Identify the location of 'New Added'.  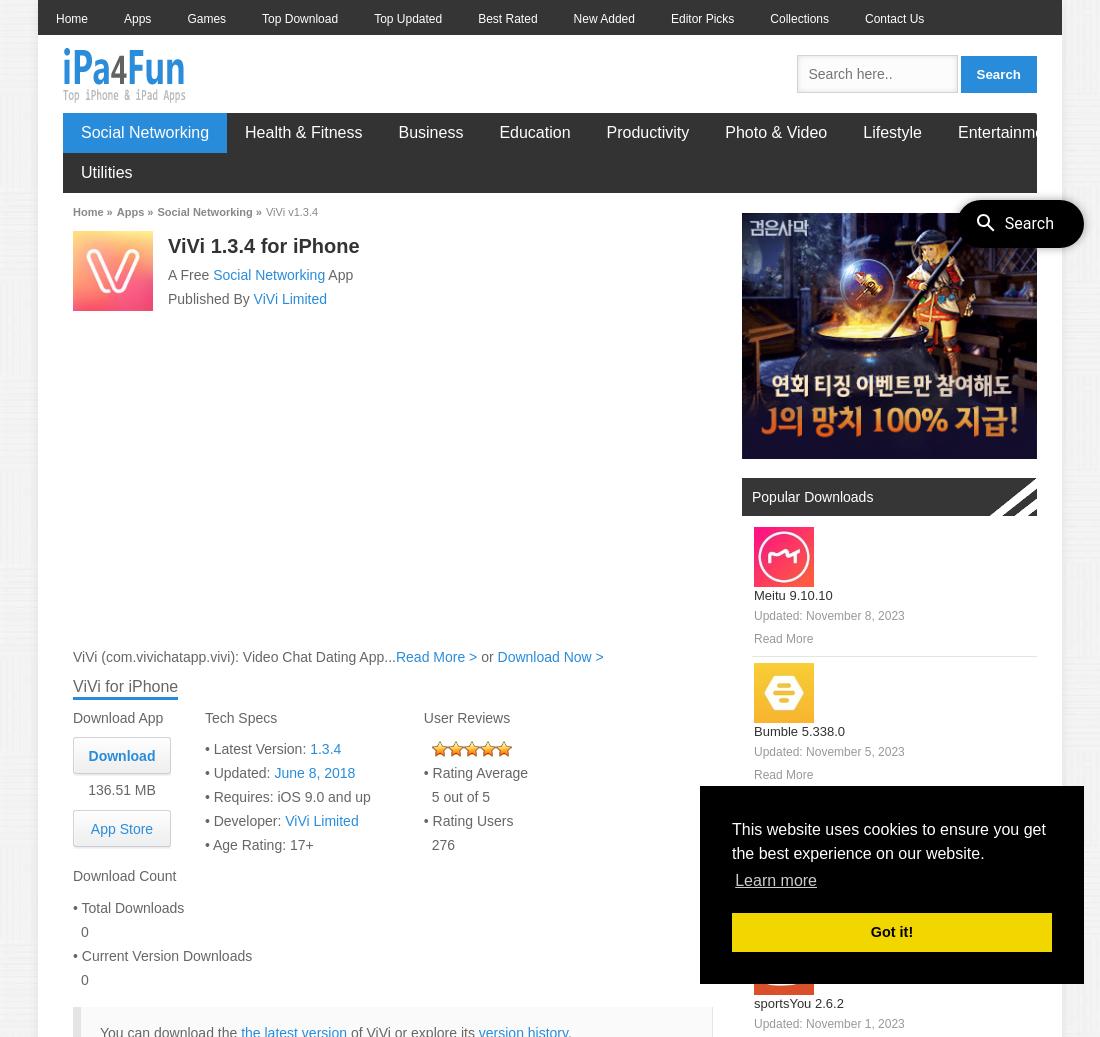
(602, 17).